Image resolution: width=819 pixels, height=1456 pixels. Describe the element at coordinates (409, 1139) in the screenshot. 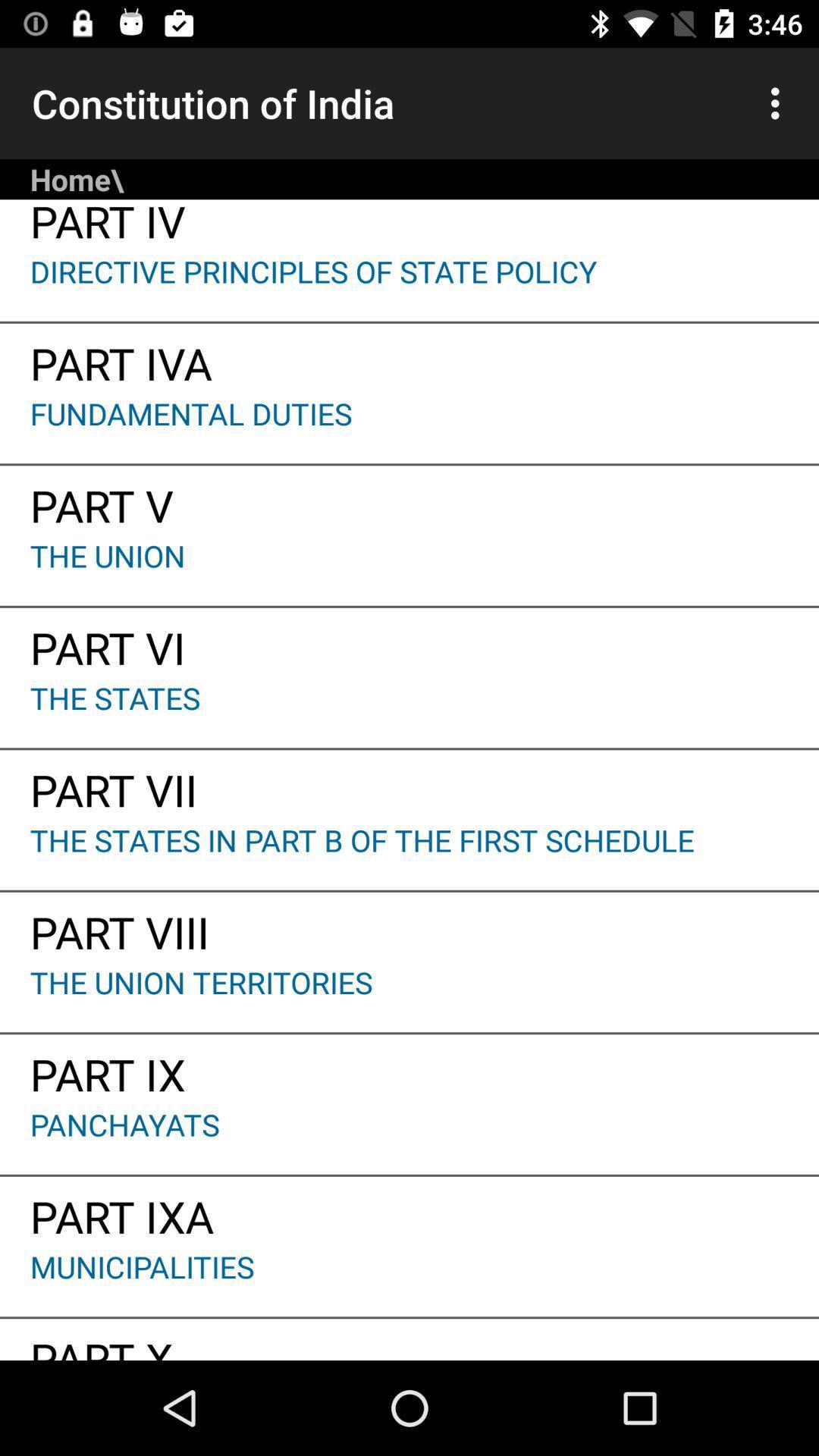

I see `panchayats app` at that location.